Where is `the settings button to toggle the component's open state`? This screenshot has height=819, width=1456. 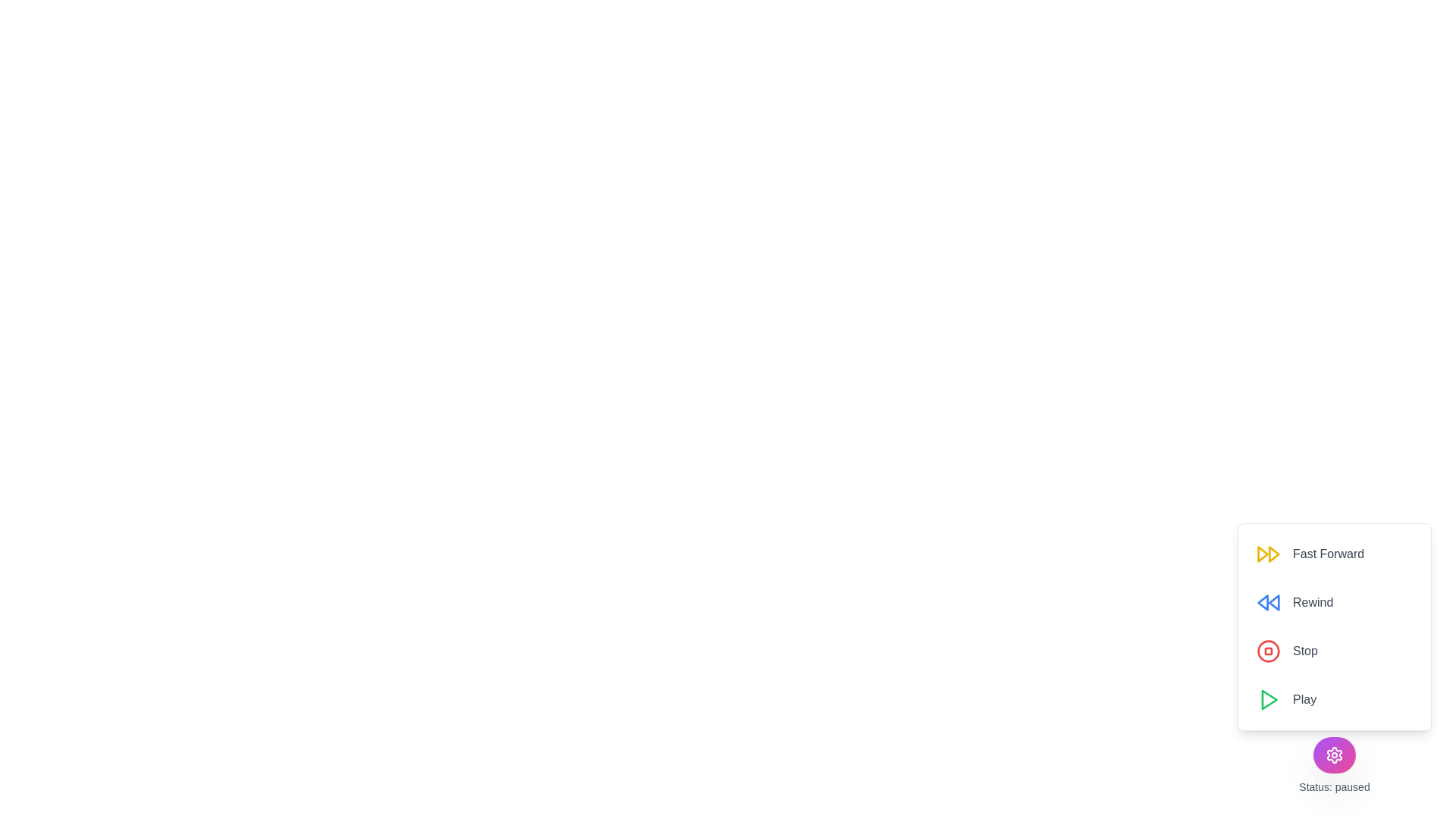
the settings button to toggle the component's open state is located at coordinates (1335, 755).